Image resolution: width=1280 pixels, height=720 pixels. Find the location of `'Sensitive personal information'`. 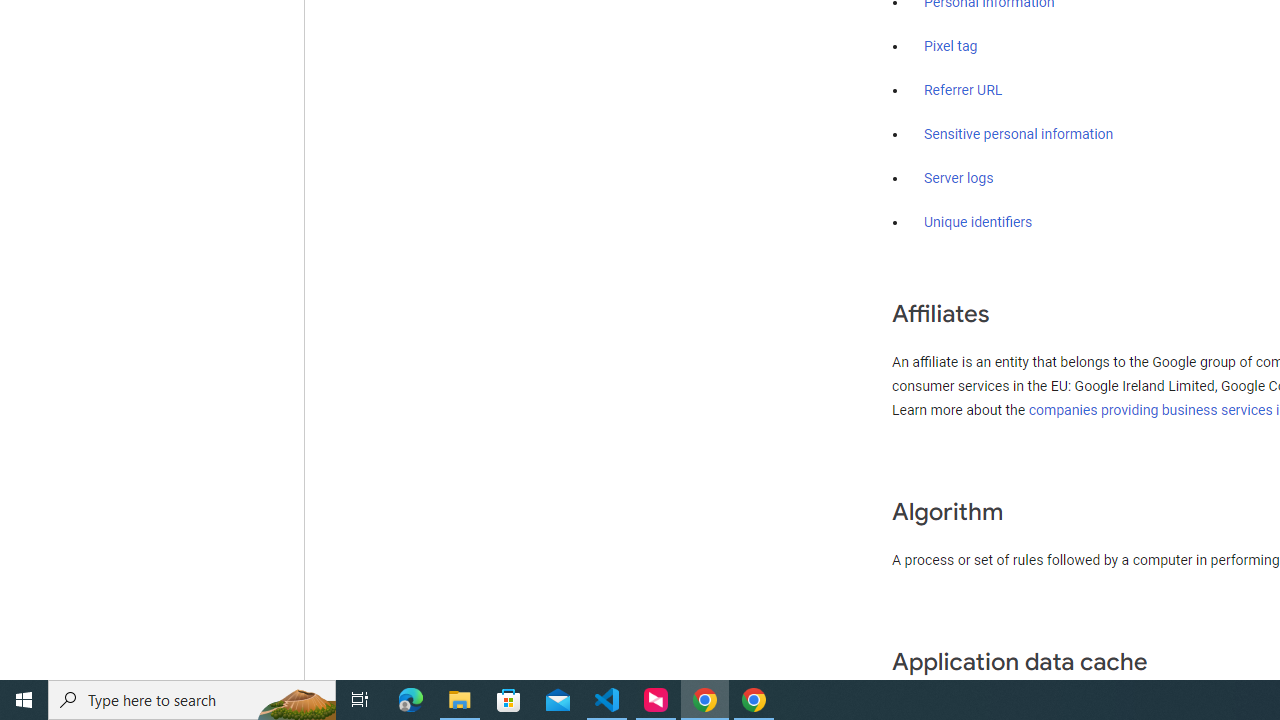

'Sensitive personal information' is located at coordinates (1018, 135).